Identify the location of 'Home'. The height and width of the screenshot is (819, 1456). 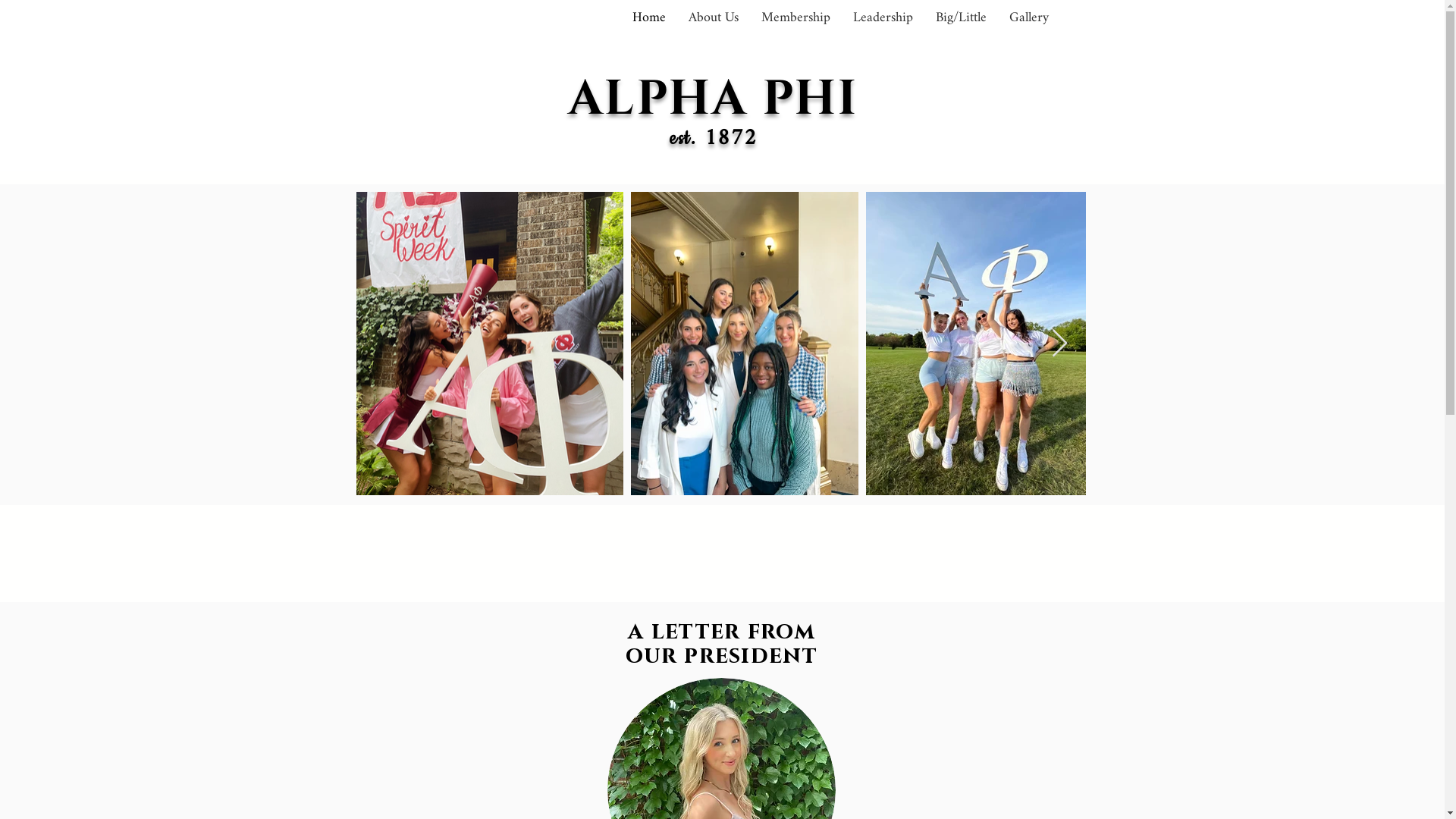
(648, 17).